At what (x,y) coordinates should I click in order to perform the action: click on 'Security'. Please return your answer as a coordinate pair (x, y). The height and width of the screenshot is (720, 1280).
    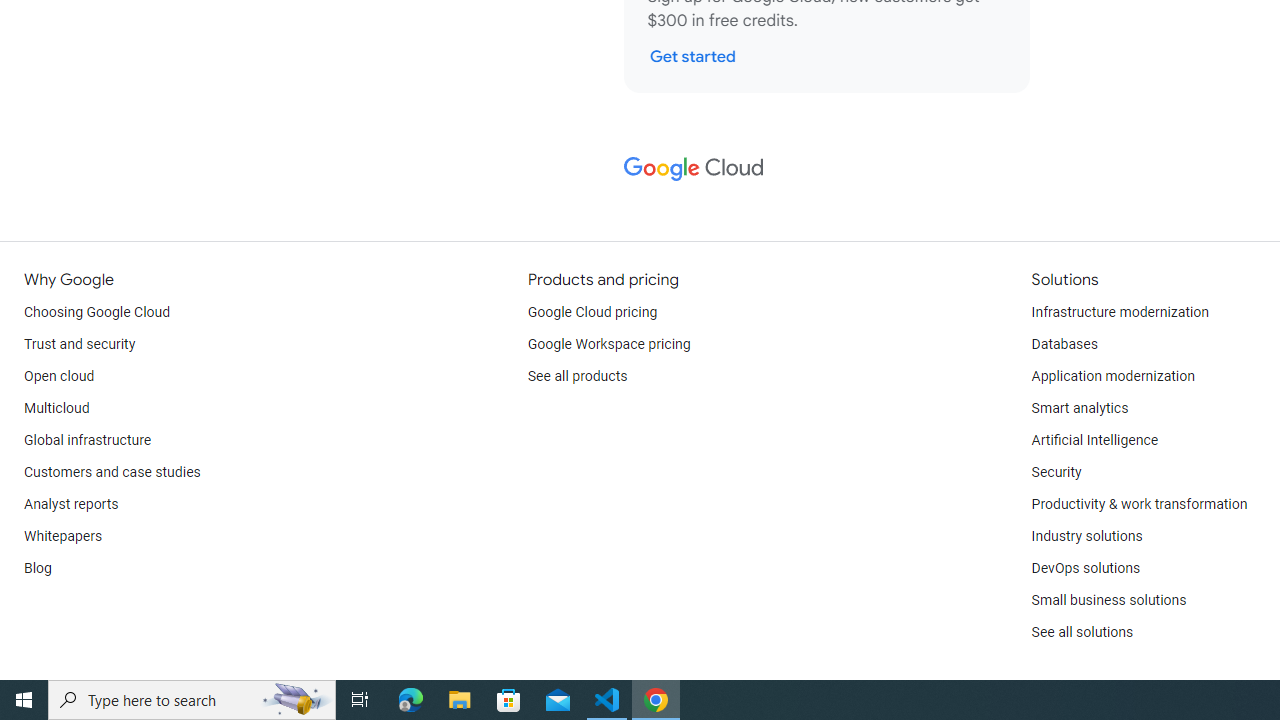
    Looking at the image, I should click on (1055, 473).